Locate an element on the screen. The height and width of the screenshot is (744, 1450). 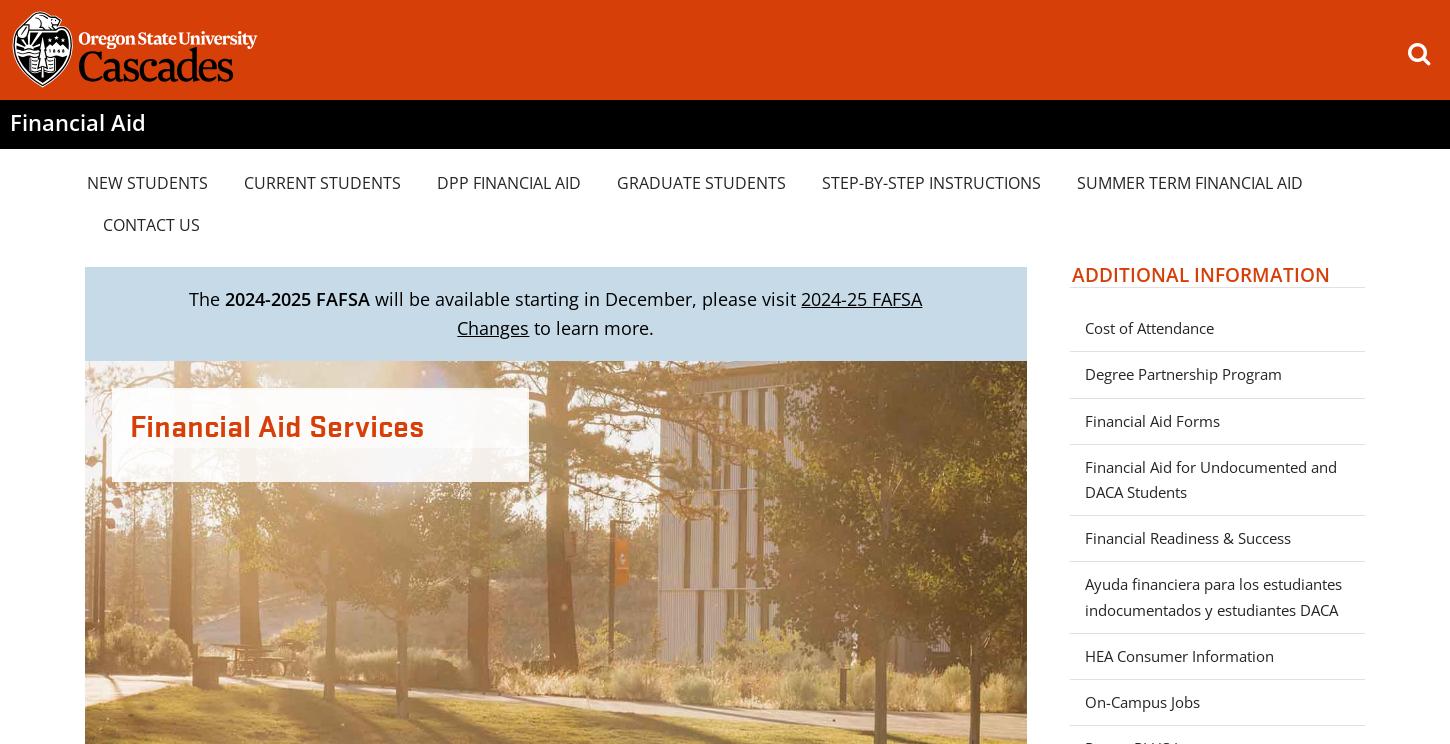
'will be available starting in December, please visit' is located at coordinates (585, 298).